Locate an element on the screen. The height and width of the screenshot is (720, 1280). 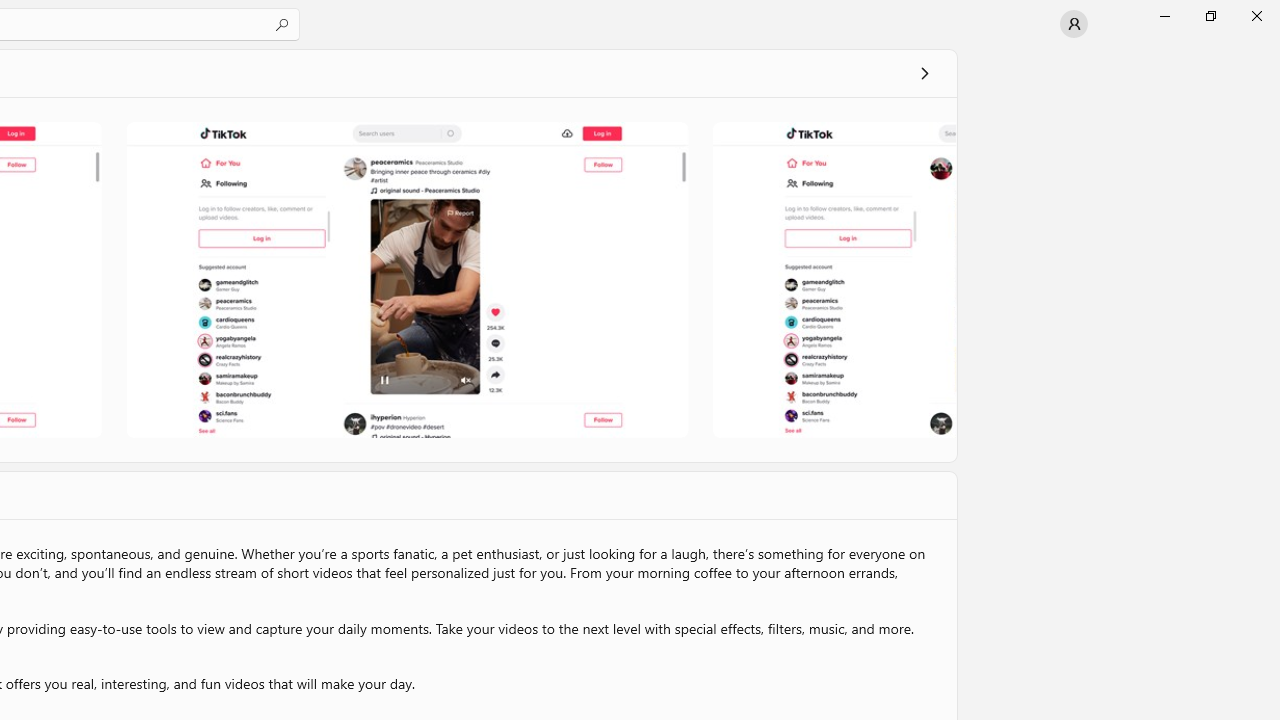
'Restore Microsoft Store' is located at coordinates (1209, 15).